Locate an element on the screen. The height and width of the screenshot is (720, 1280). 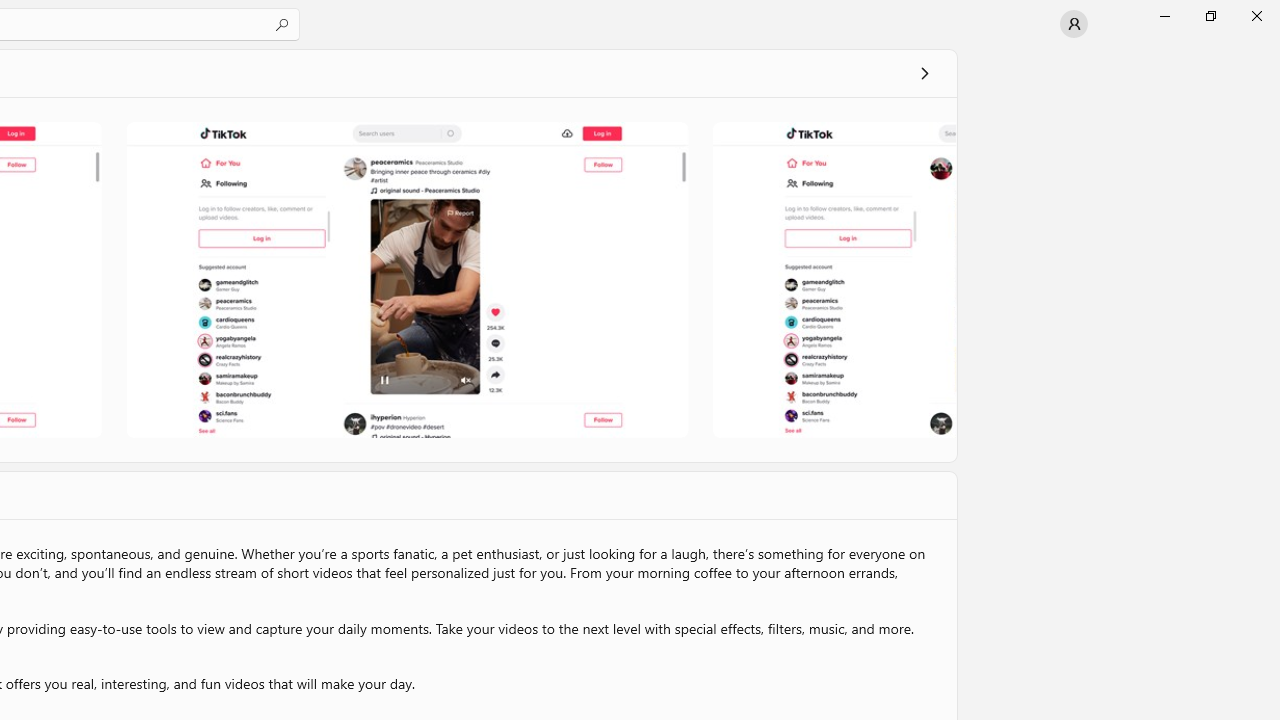
'Restore Microsoft Store' is located at coordinates (1209, 15).